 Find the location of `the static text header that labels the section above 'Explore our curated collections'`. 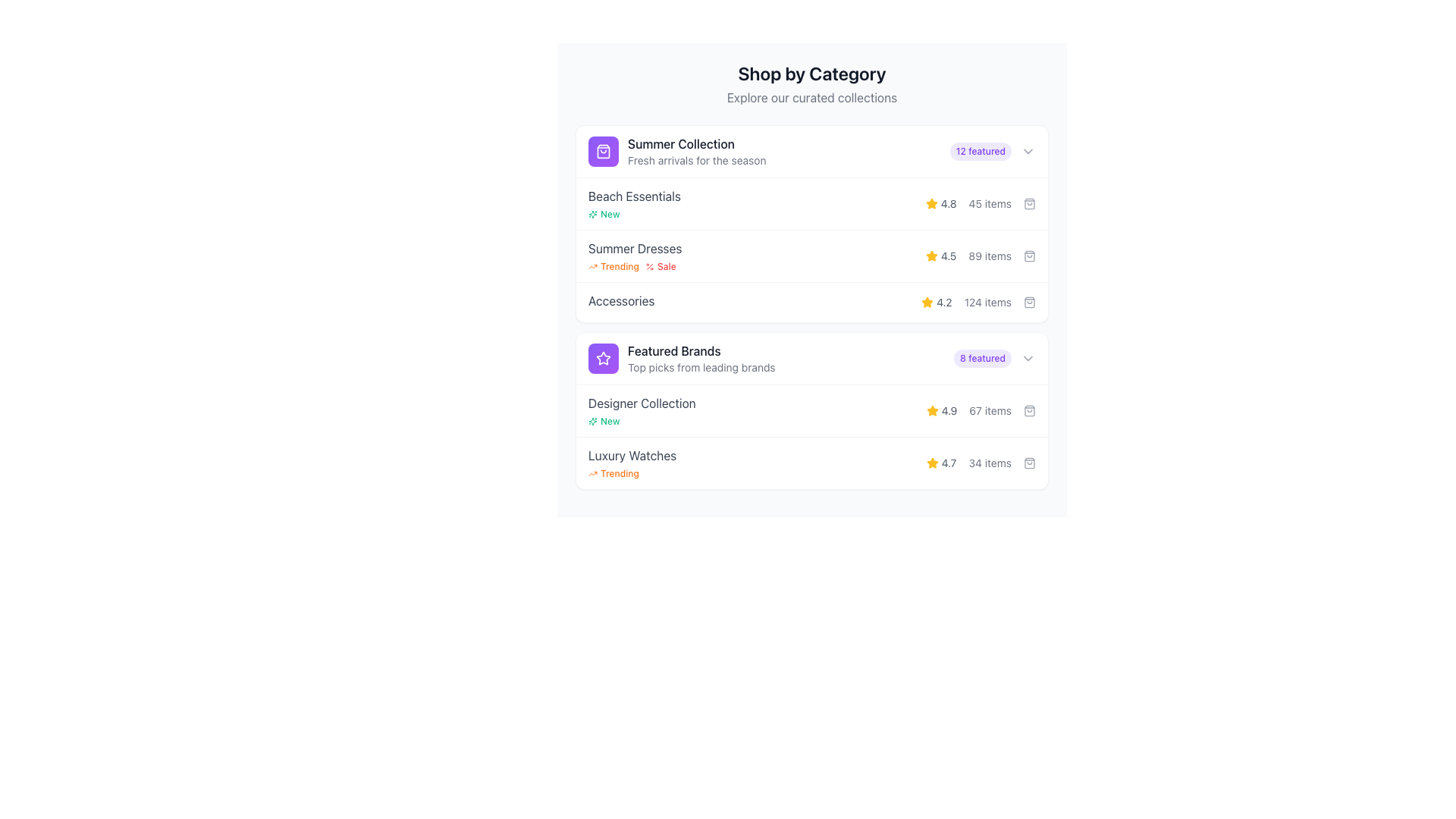

the static text header that labels the section above 'Explore our curated collections' is located at coordinates (811, 73).